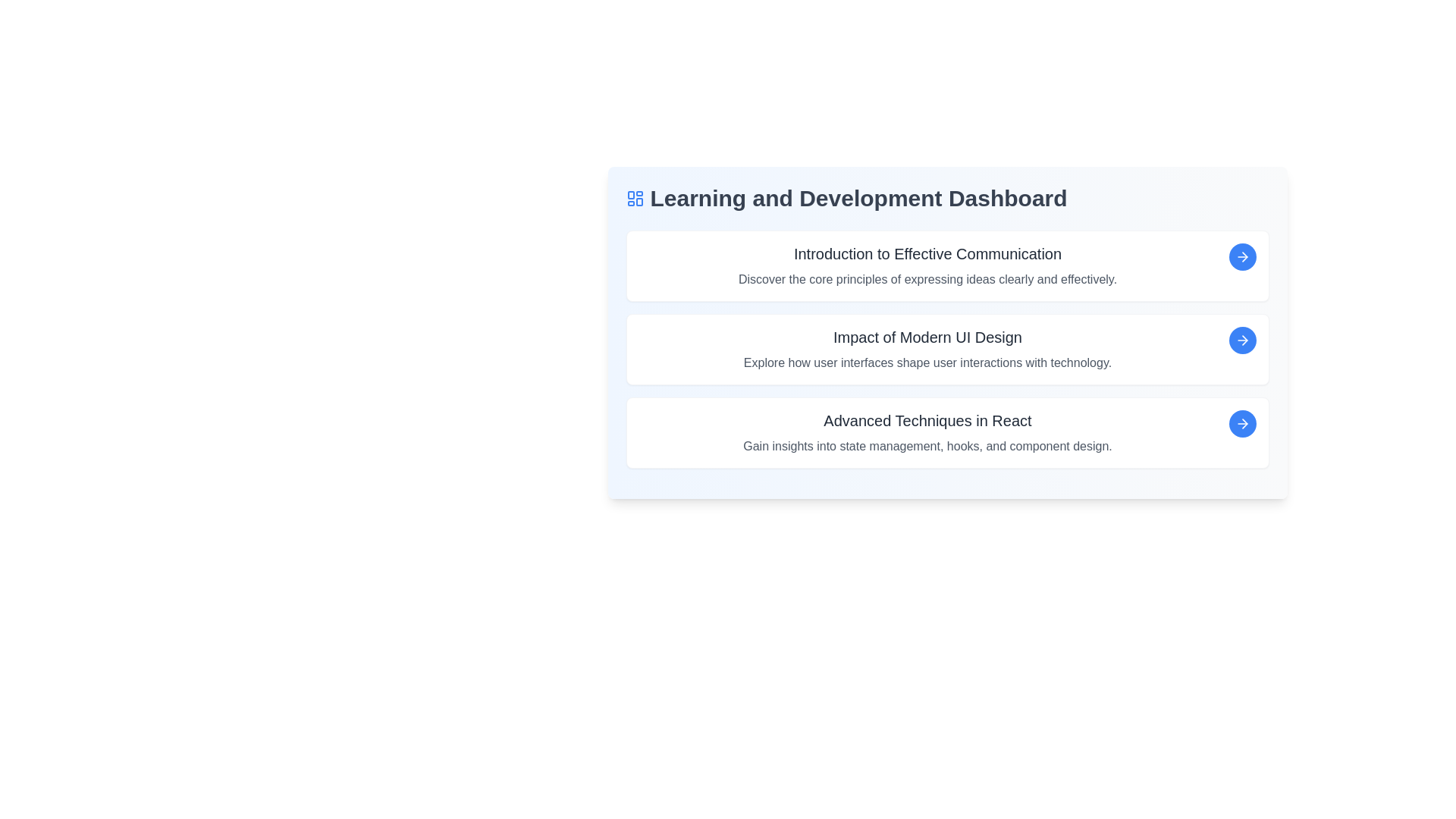 This screenshot has width=1456, height=819. Describe the element at coordinates (1242, 339) in the screenshot. I see `the circular button with a bright blue background and a white arrow icon` at that location.